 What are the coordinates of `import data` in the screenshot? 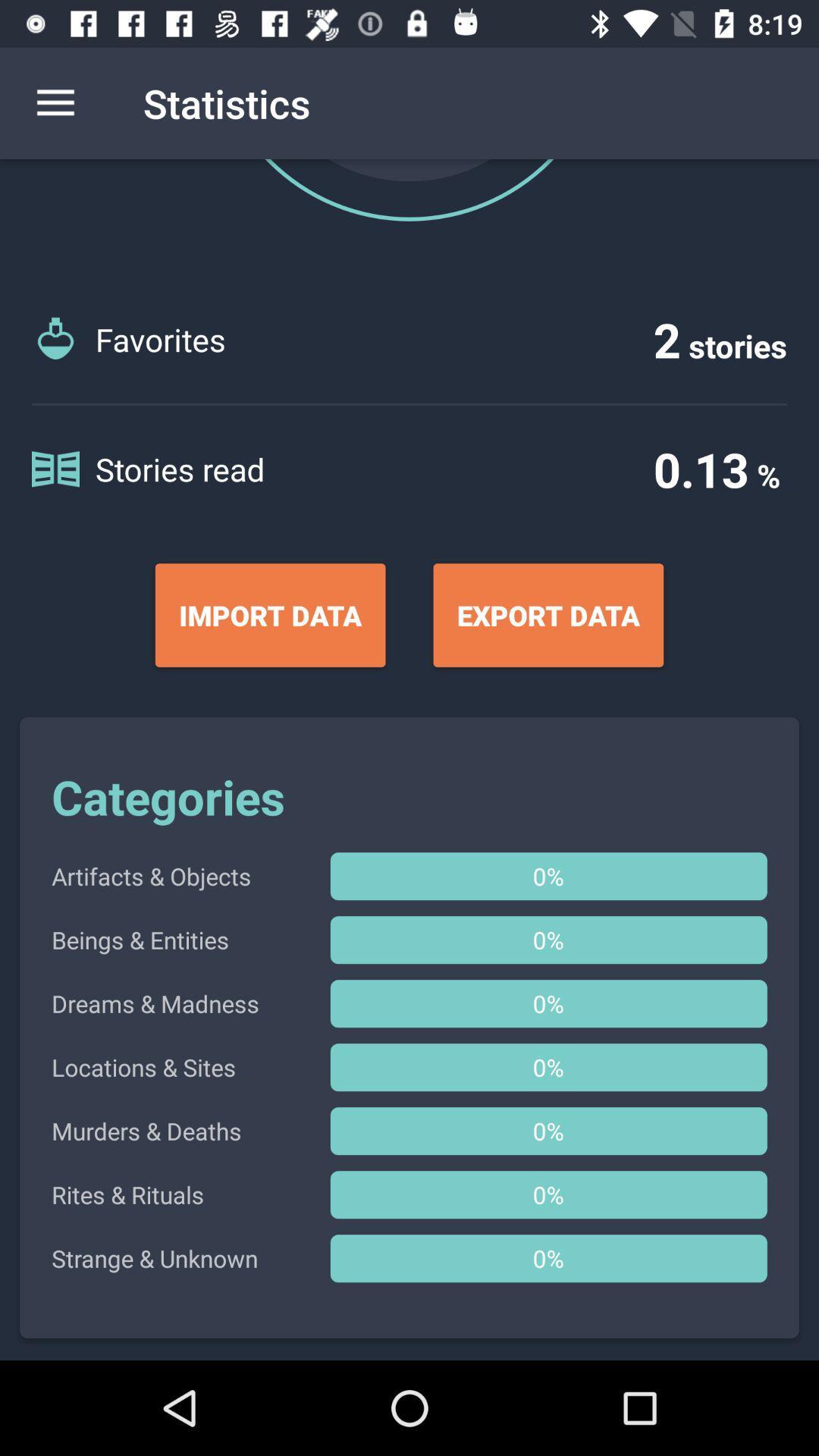 It's located at (269, 615).